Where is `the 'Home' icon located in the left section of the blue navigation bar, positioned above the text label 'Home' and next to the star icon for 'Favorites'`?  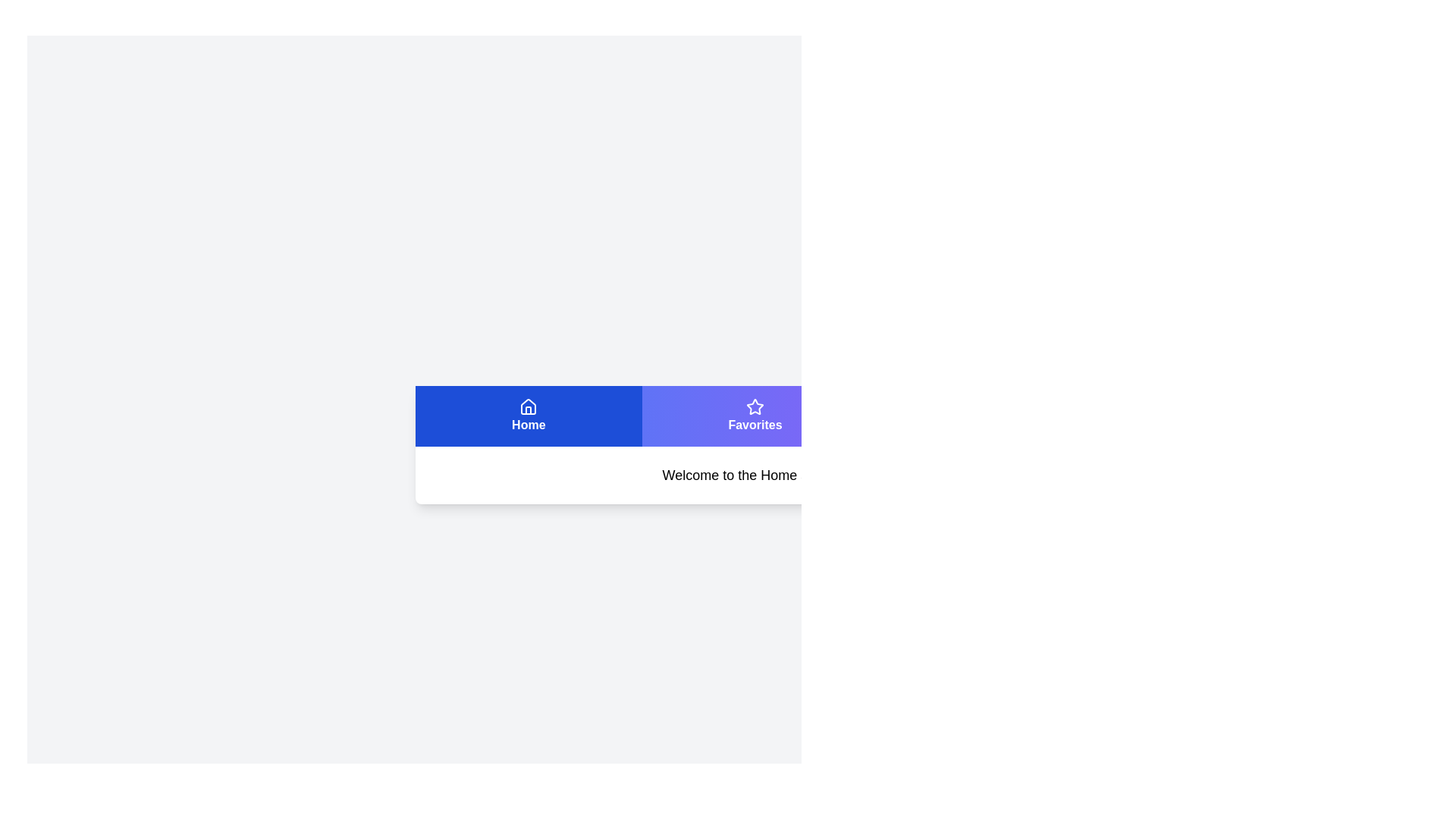 the 'Home' icon located in the left section of the blue navigation bar, positioned above the text label 'Home' and next to the star icon for 'Favorites' is located at coordinates (529, 406).